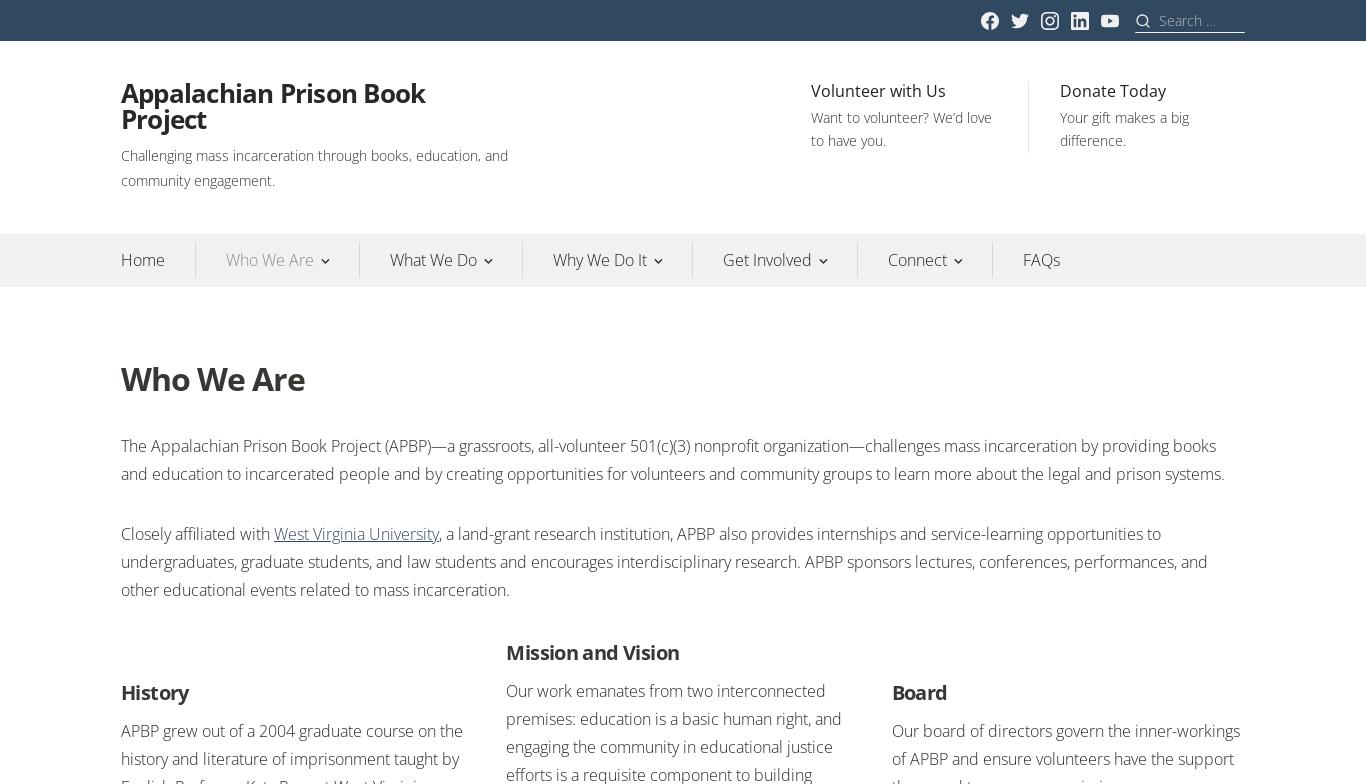 This screenshot has width=1366, height=784. What do you see at coordinates (767, 259) in the screenshot?
I see `'Get Involved'` at bounding box center [767, 259].